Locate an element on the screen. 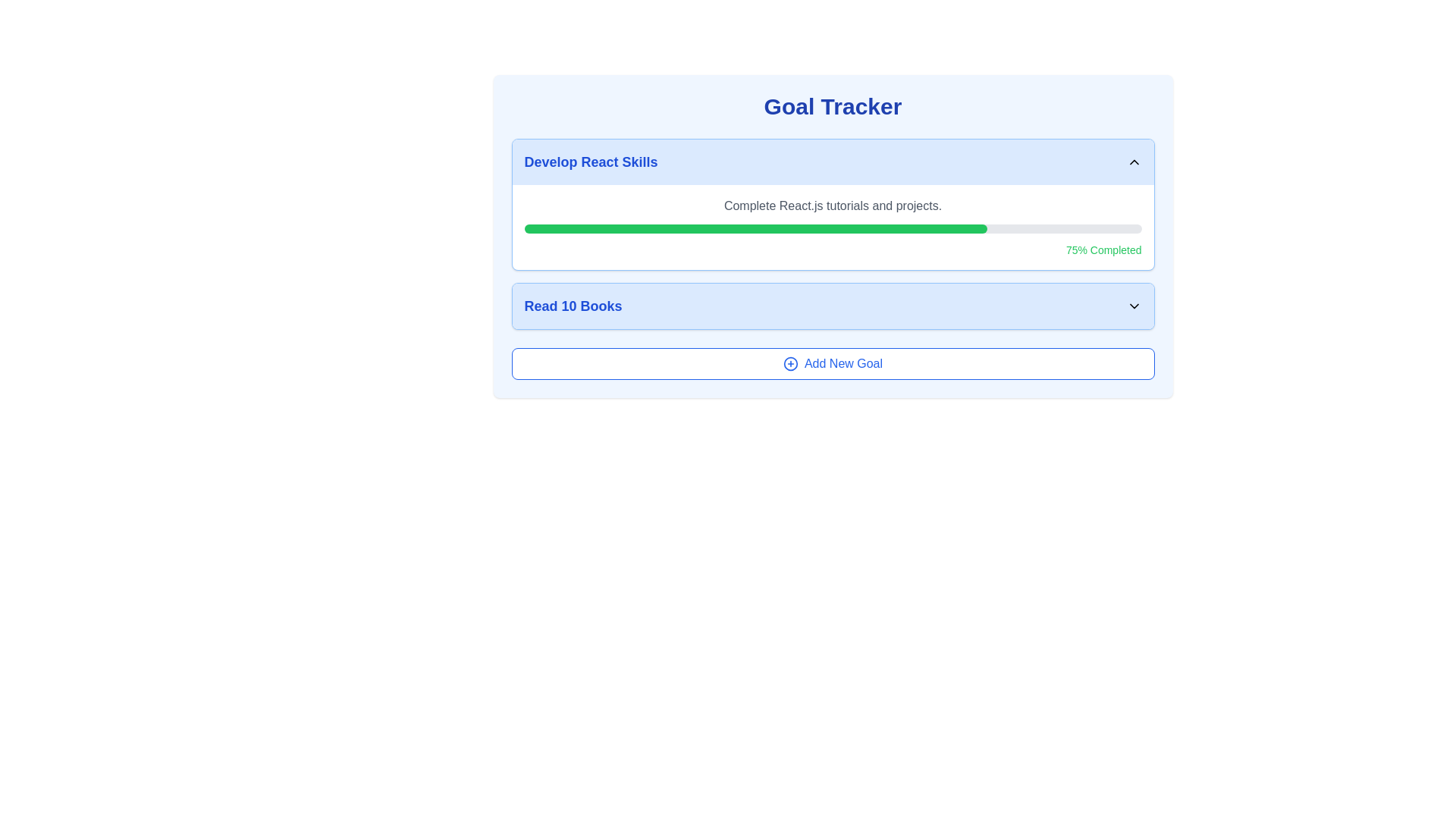 The width and height of the screenshot is (1456, 819). the icon representing the option to add a new item or goal, which is located to the left of the text 'Add New Goal' within a button at the bottom section of the interface is located at coordinates (789, 363).